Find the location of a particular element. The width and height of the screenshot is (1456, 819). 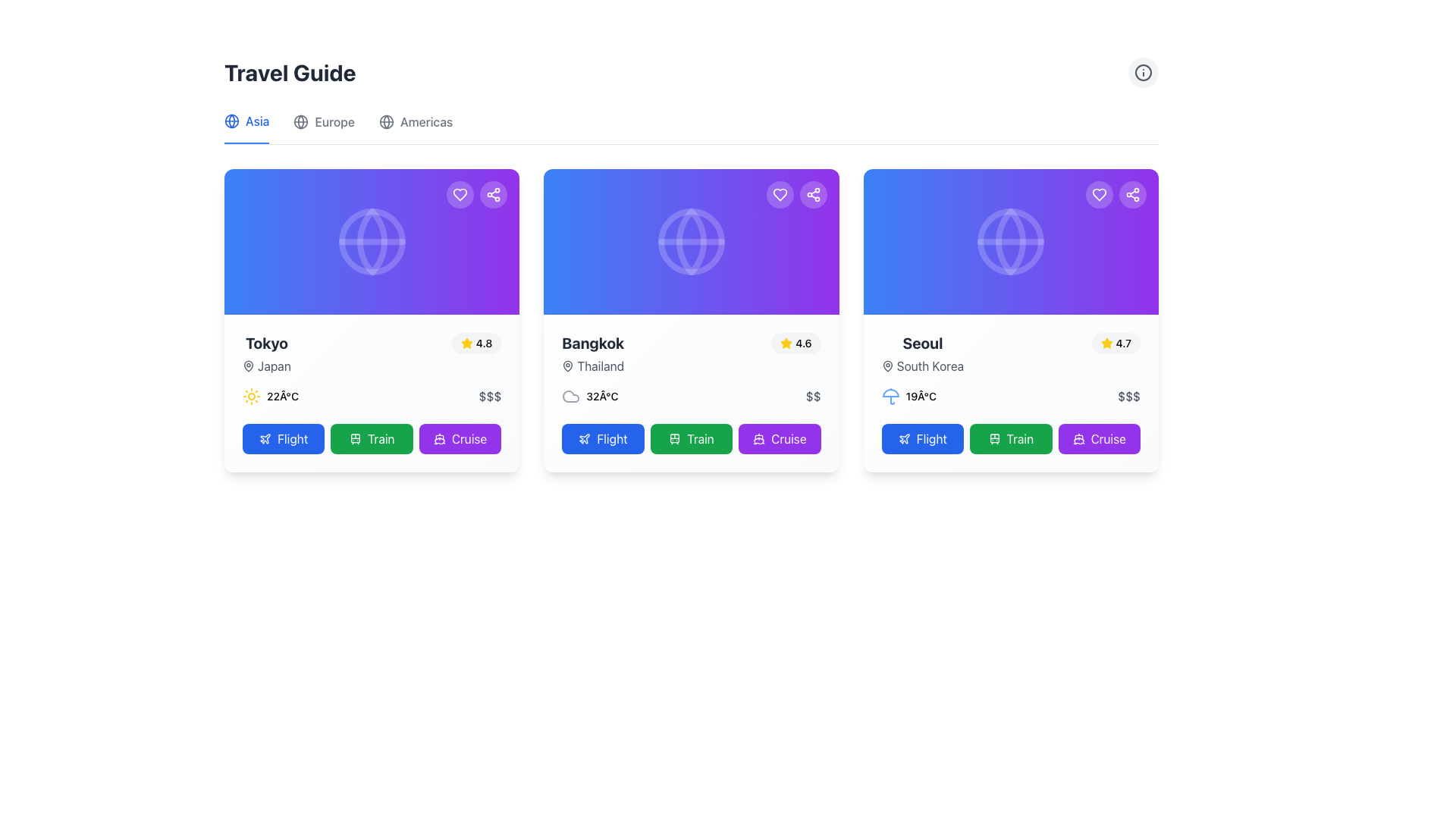

the numeric rating text '4.8' located next to the star graphic in the 'Tokyo' card, which is styled with a light-gray background and rounded corners is located at coordinates (483, 343).